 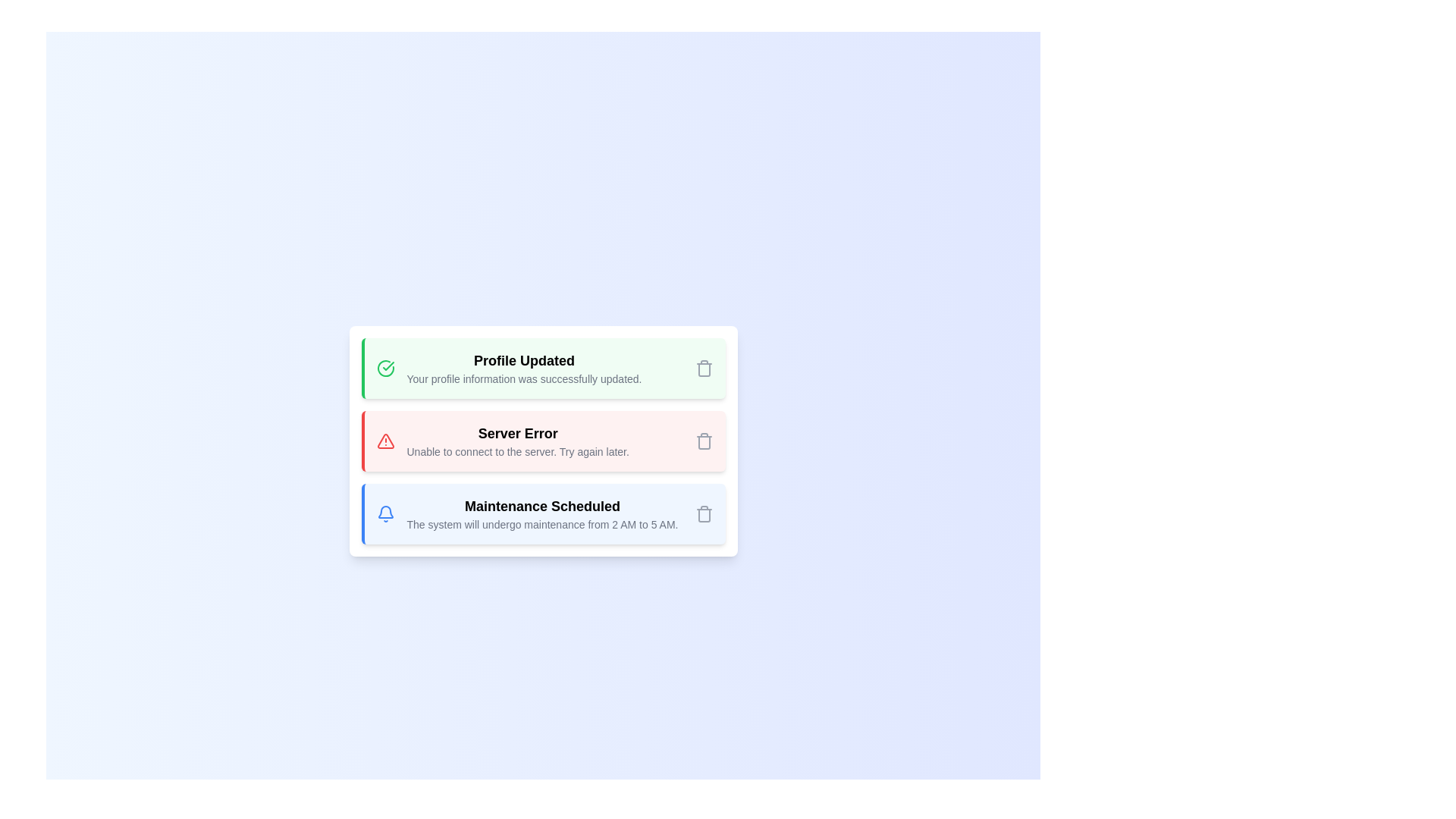 What do you see at coordinates (543, 369) in the screenshot?
I see `the alert with type success` at bounding box center [543, 369].